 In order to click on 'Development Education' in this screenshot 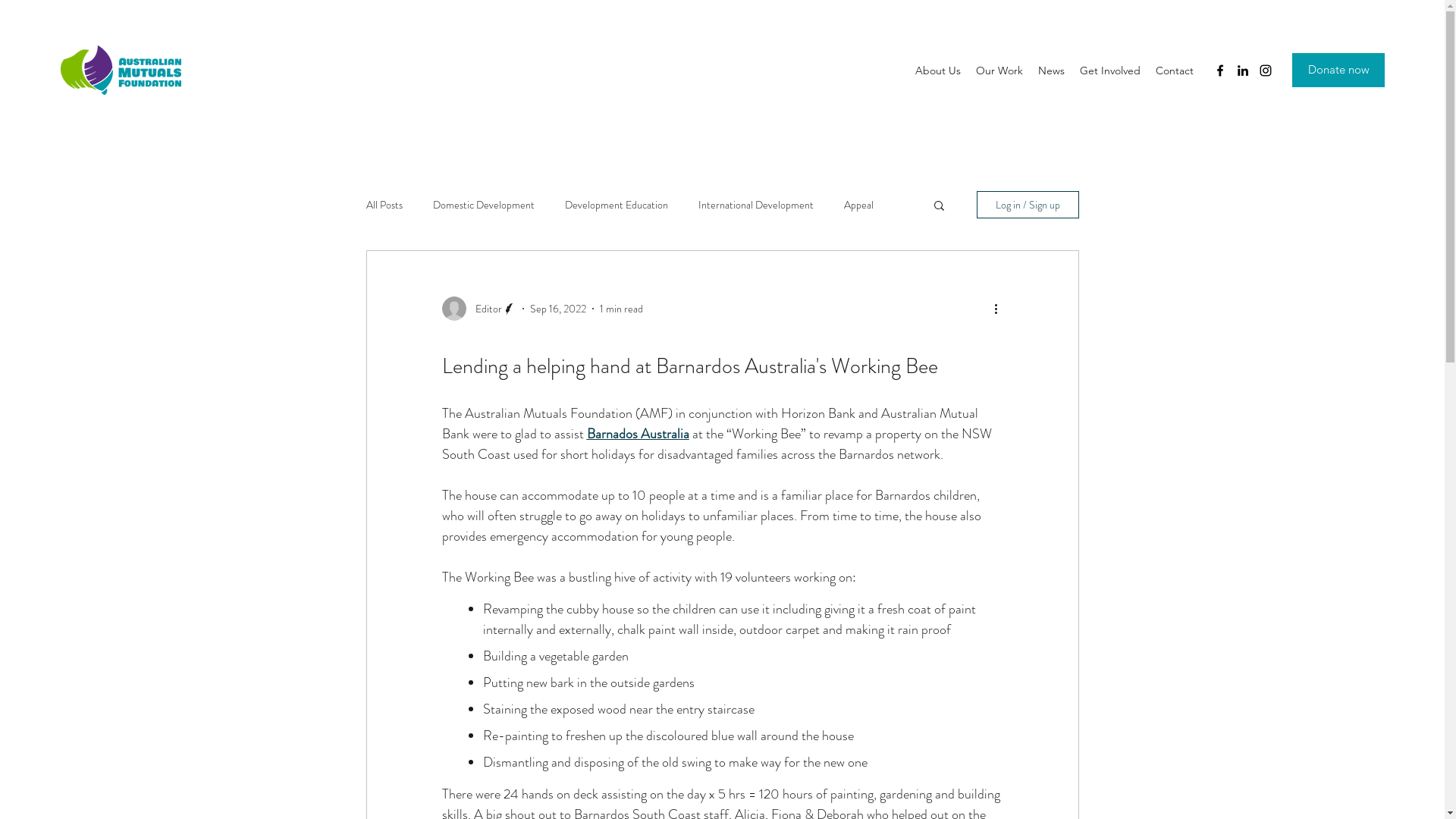, I will do `click(615, 205)`.